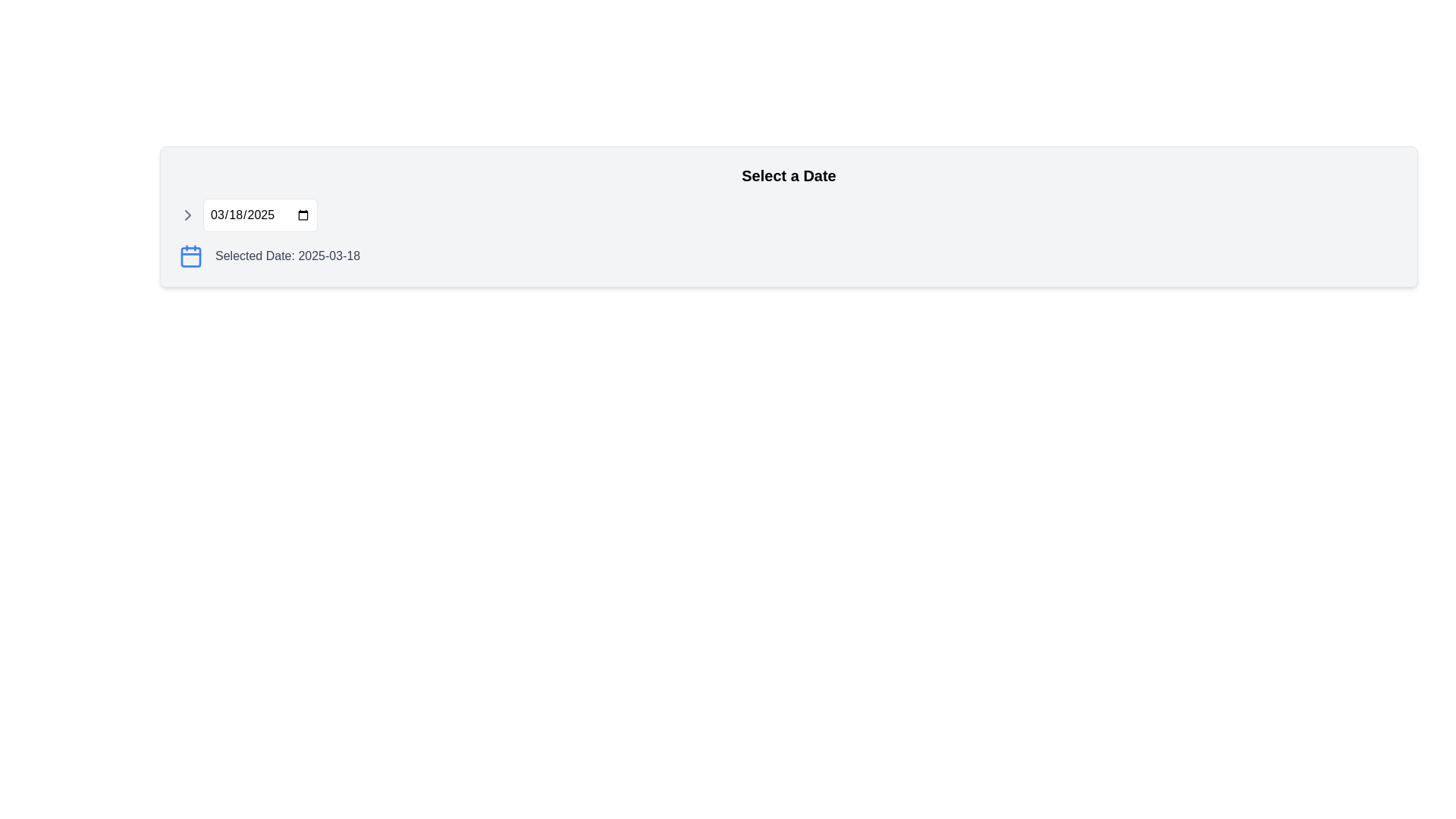 The height and width of the screenshot is (819, 1456). What do you see at coordinates (287, 256) in the screenshot?
I see `the static text display that shows the currently selected date '2025-03-18', which is located in the central-left region of the selection interface` at bounding box center [287, 256].